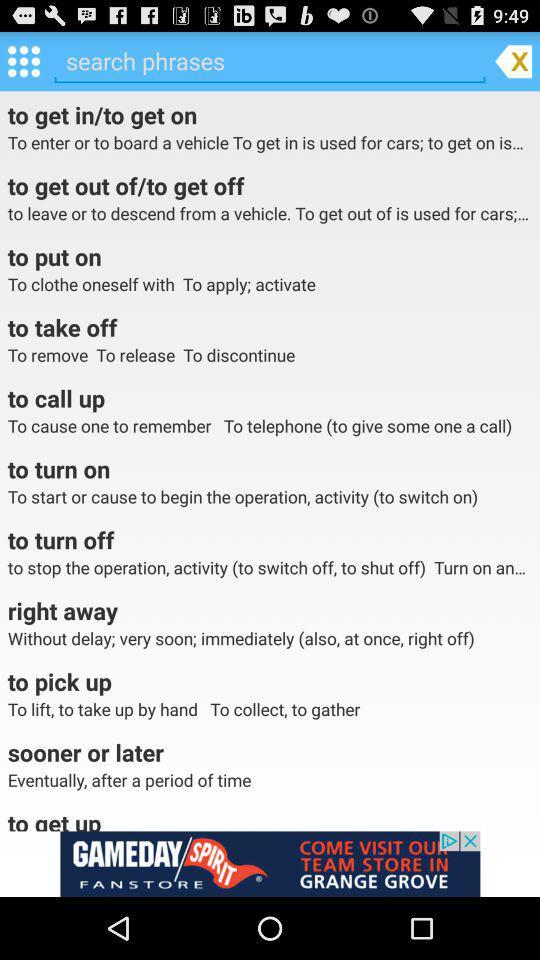 The image size is (540, 960). Describe the element at coordinates (22, 65) in the screenshot. I see `the dialpad icon` at that location.